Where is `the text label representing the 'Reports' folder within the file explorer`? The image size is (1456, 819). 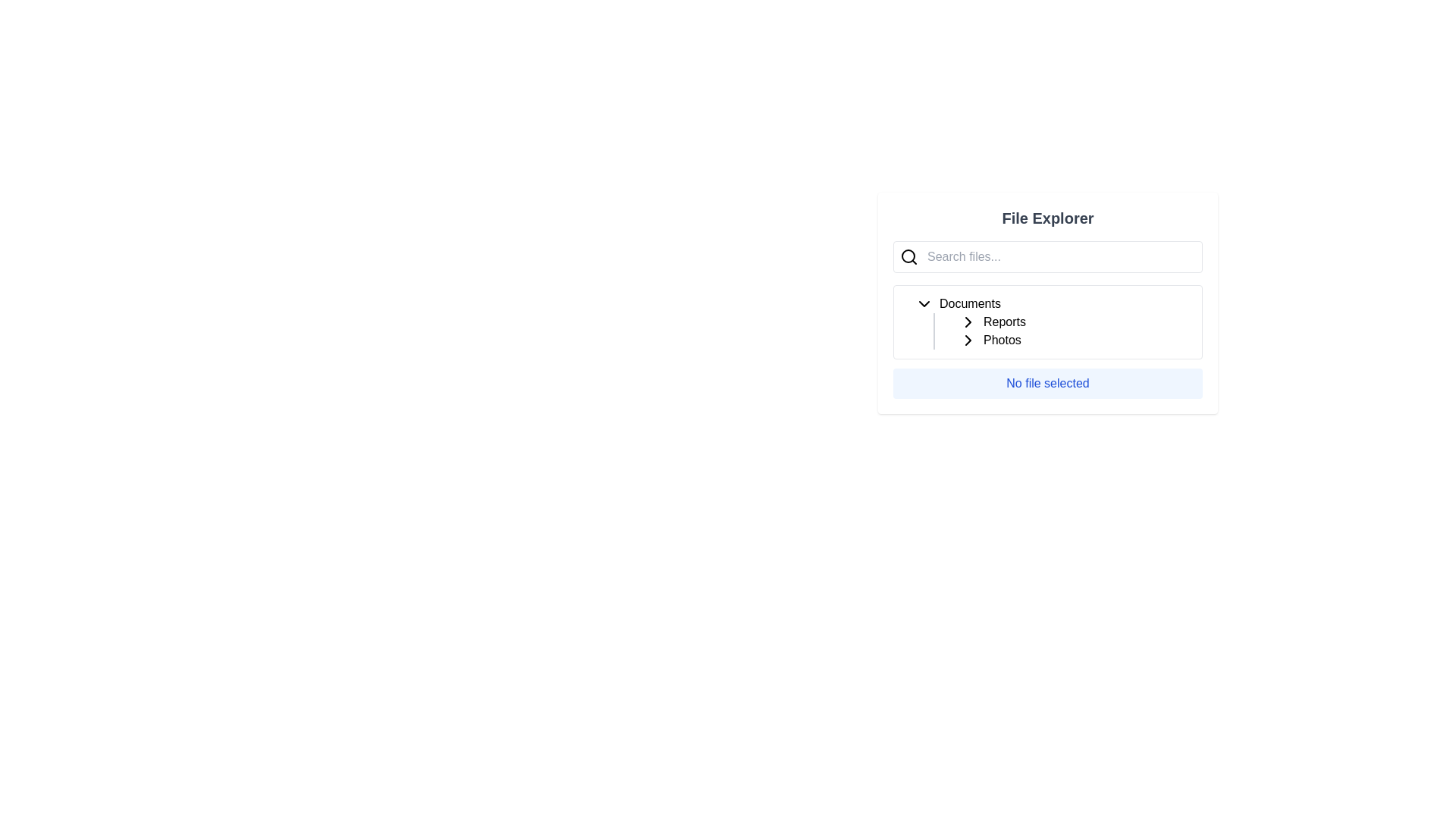
the text label representing the 'Reports' folder within the file explorer is located at coordinates (1004, 321).